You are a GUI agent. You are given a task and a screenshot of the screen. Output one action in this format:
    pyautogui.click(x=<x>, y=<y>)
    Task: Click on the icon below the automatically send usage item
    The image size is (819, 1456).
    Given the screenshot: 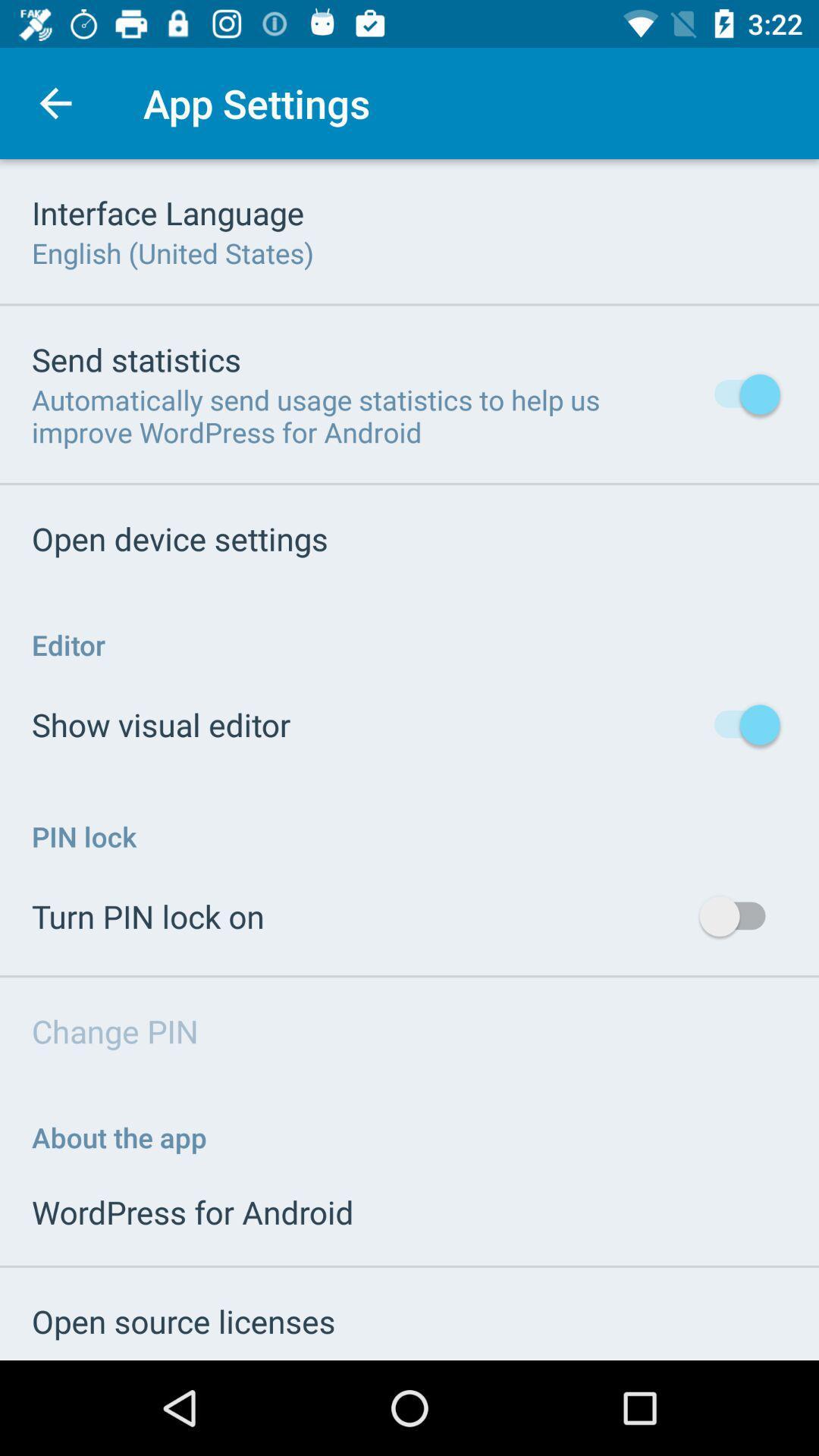 What is the action you would take?
    pyautogui.click(x=179, y=538)
    